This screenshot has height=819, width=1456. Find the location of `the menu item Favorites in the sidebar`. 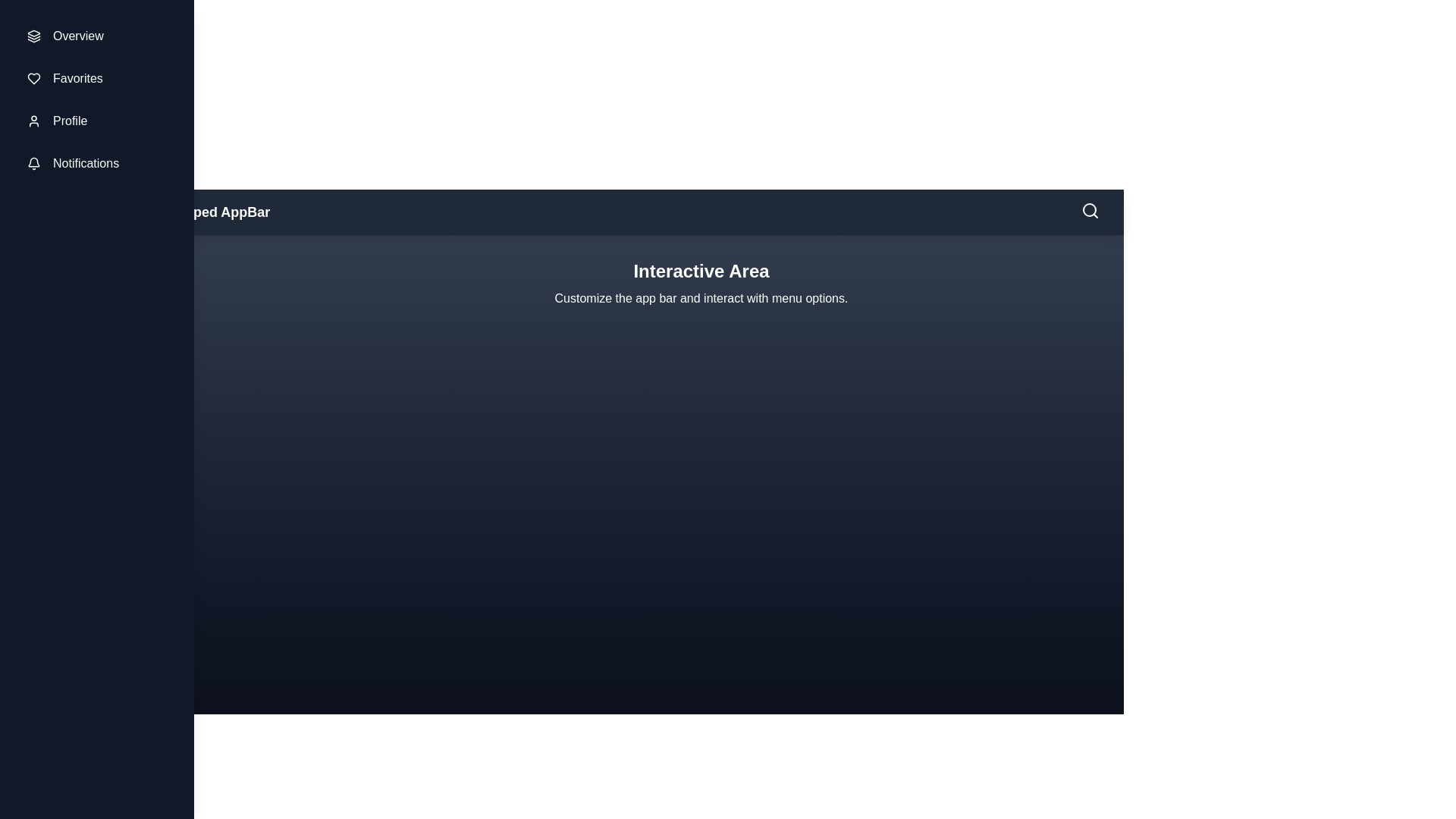

the menu item Favorites in the sidebar is located at coordinates (96, 79).